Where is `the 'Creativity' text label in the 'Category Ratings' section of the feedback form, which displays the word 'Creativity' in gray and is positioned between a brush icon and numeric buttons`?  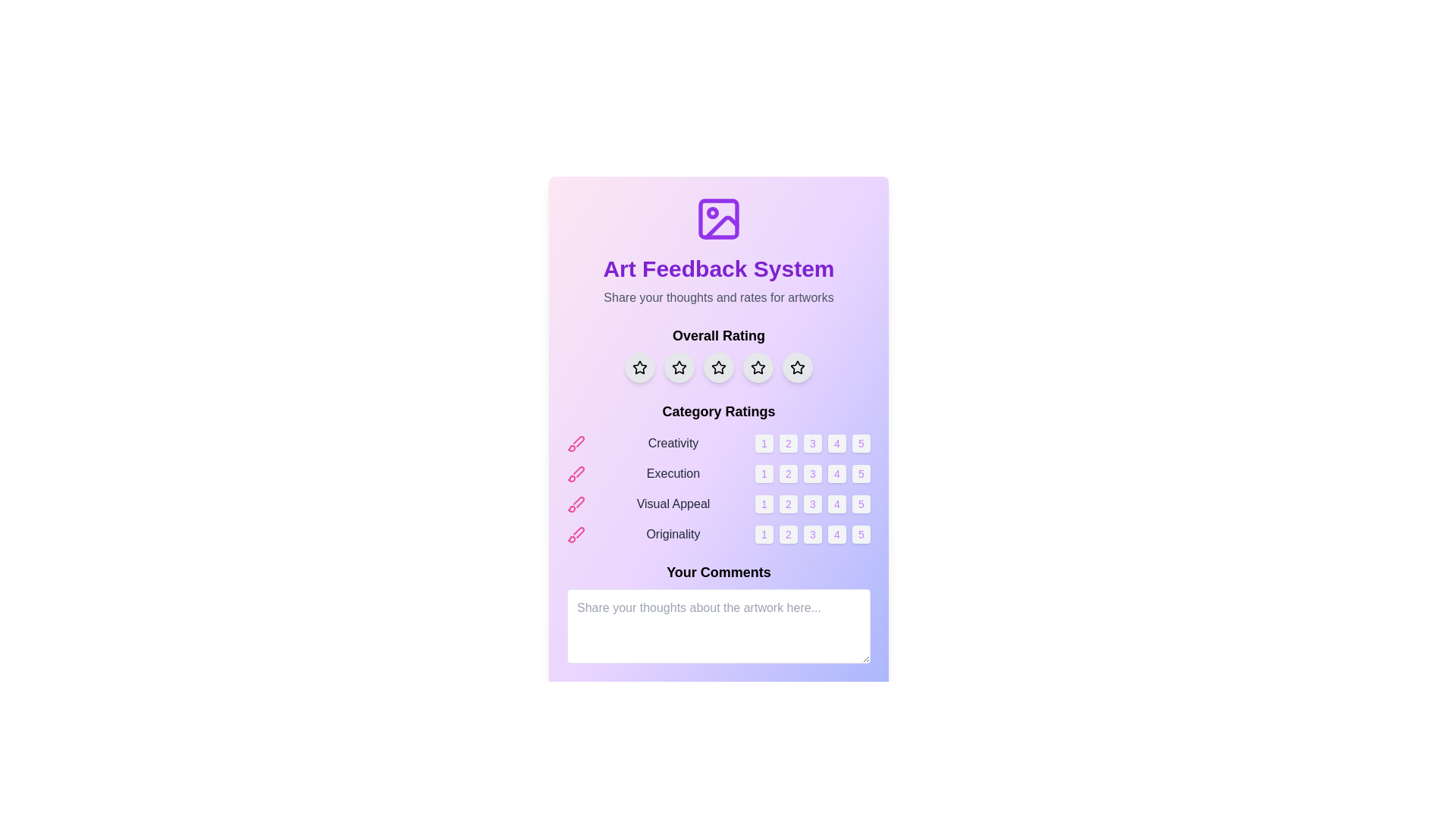
the 'Creativity' text label in the 'Category Ratings' section of the feedback form, which displays the word 'Creativity' in gray and is positioned between a brush icon and numeric buttons is located at coordinates (673, 444).